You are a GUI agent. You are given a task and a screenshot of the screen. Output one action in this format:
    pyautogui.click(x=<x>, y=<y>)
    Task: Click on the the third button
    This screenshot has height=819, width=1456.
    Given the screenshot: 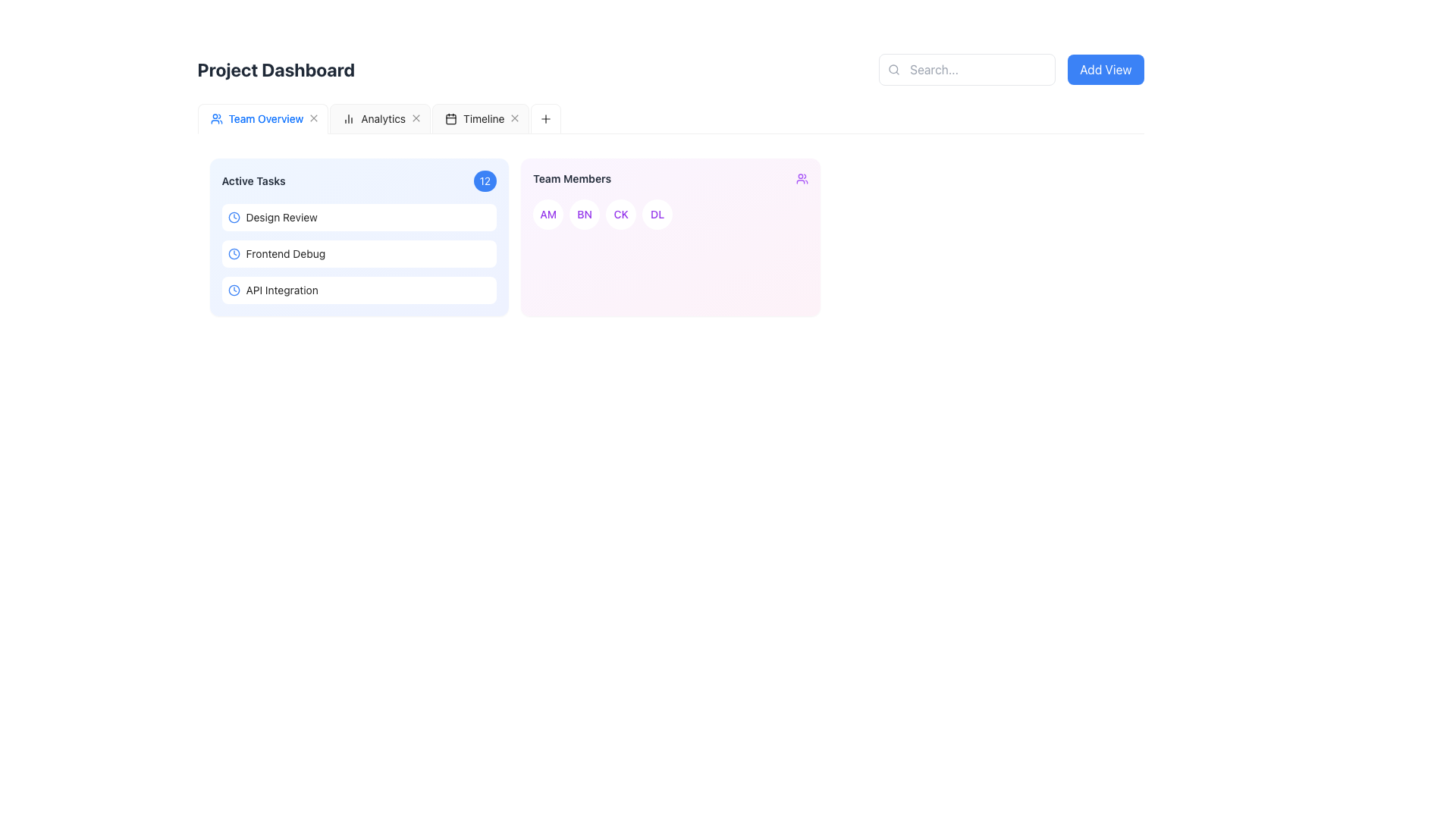 What is the action you would take?
    pyautogui.click(x=621, y=214)
    